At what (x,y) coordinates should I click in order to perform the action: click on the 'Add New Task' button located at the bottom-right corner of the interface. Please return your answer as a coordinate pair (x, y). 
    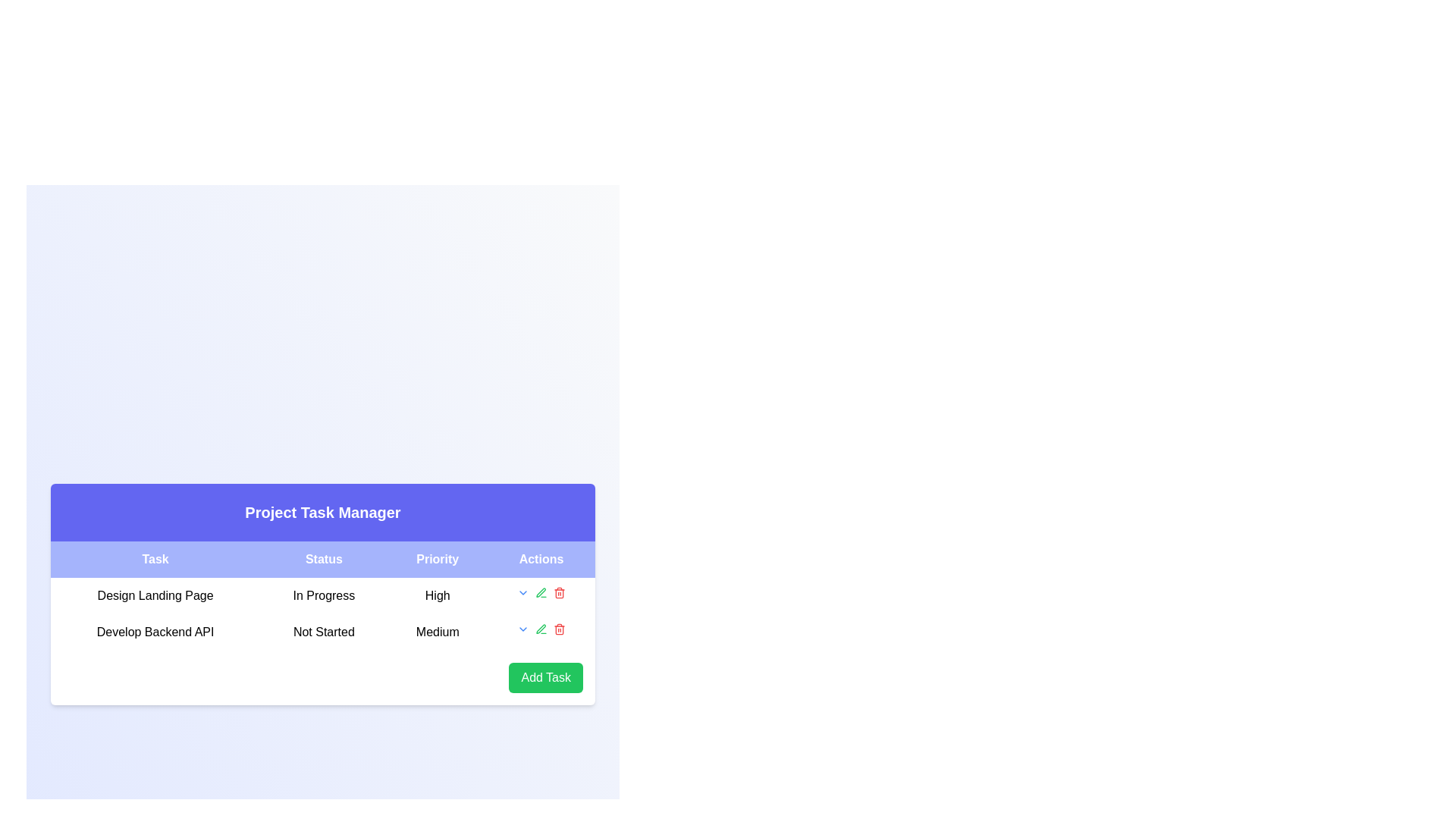
    Looking at the image, I should click on (546, 677).